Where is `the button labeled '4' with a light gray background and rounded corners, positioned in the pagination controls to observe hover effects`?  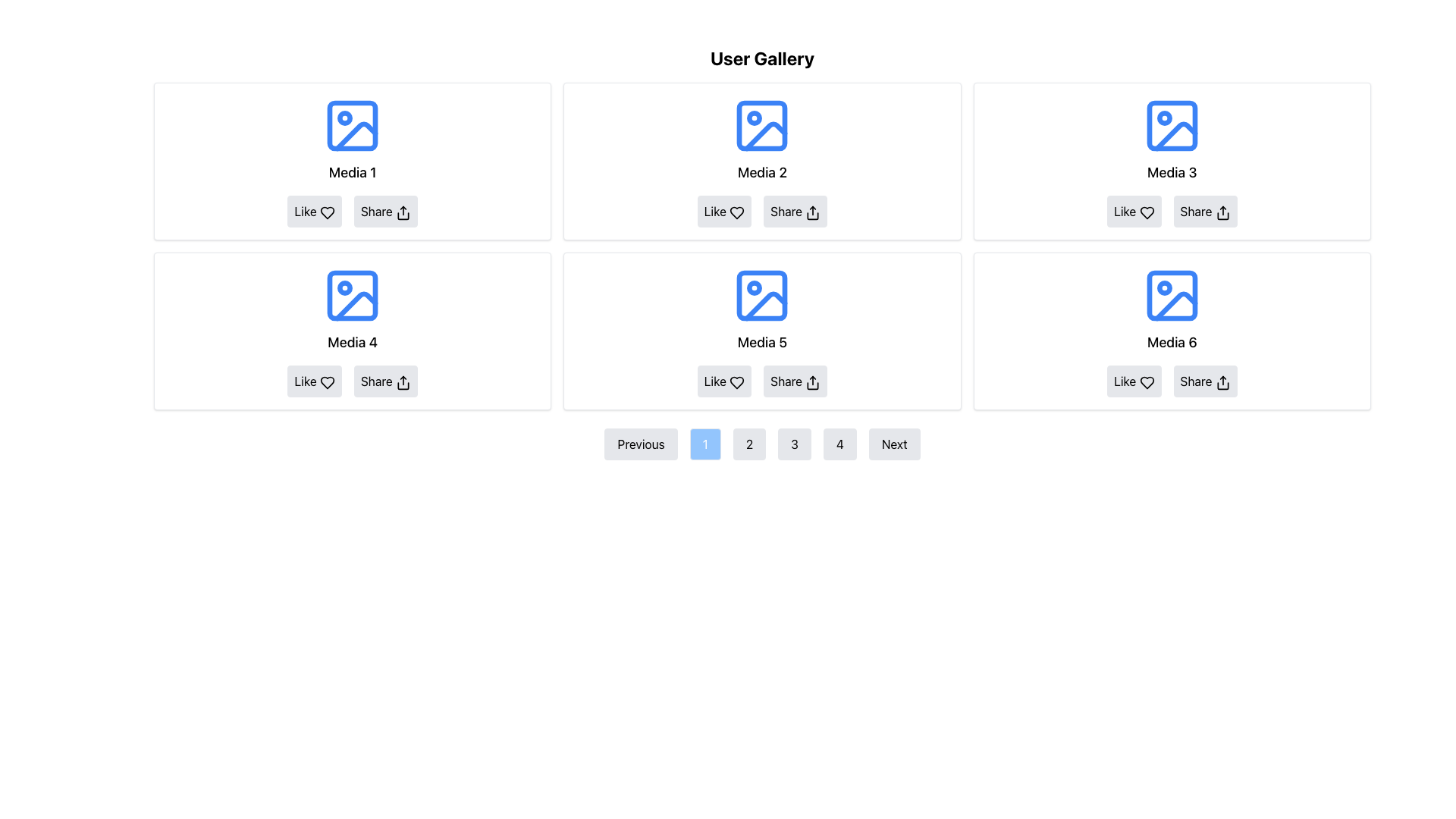 the button labeled '4' with a light gray background and rounded corners, positioned in the pagination controls to observe hover effects is located at coordinates (839, 444).